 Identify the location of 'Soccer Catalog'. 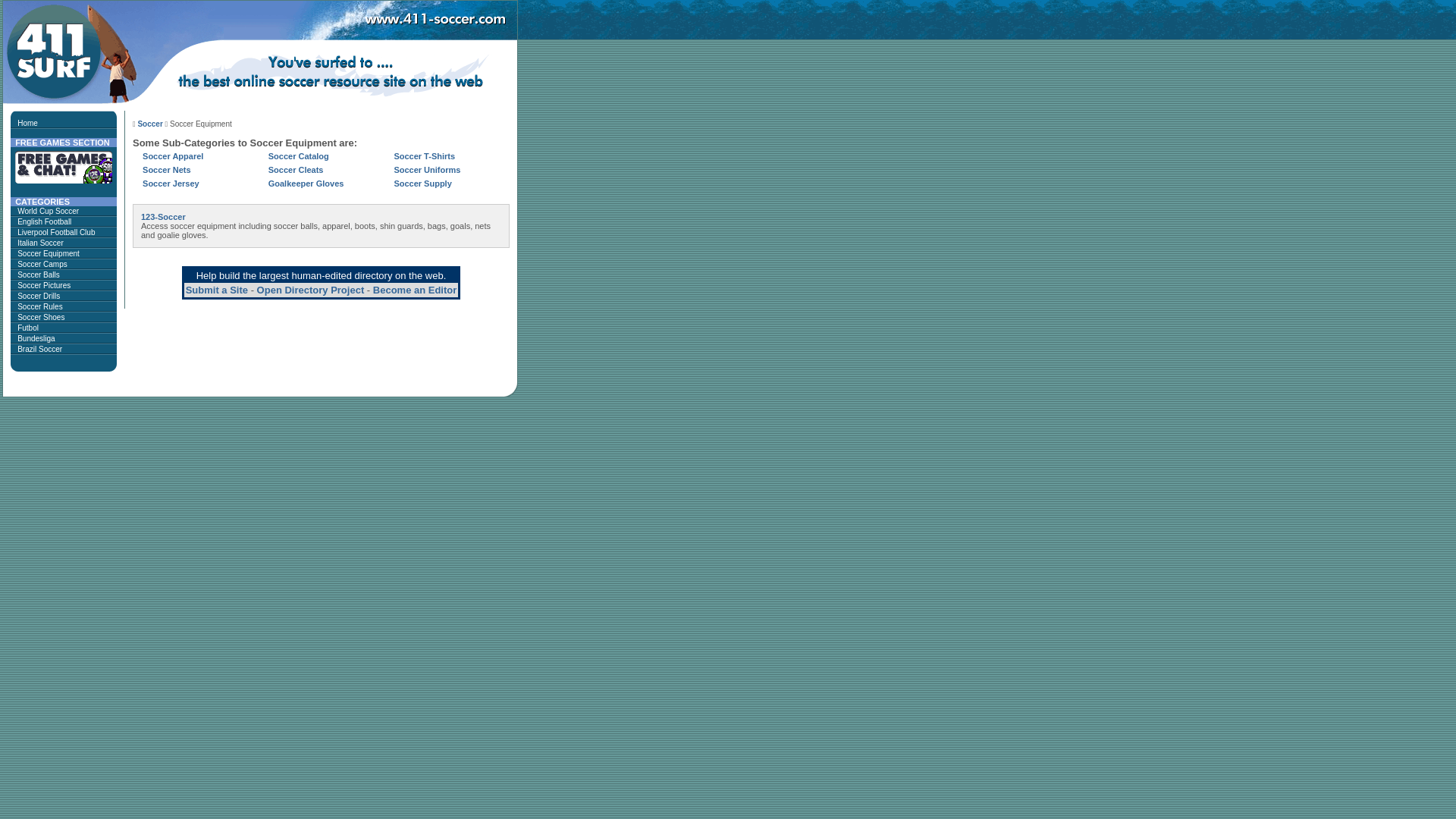
(298, 155).